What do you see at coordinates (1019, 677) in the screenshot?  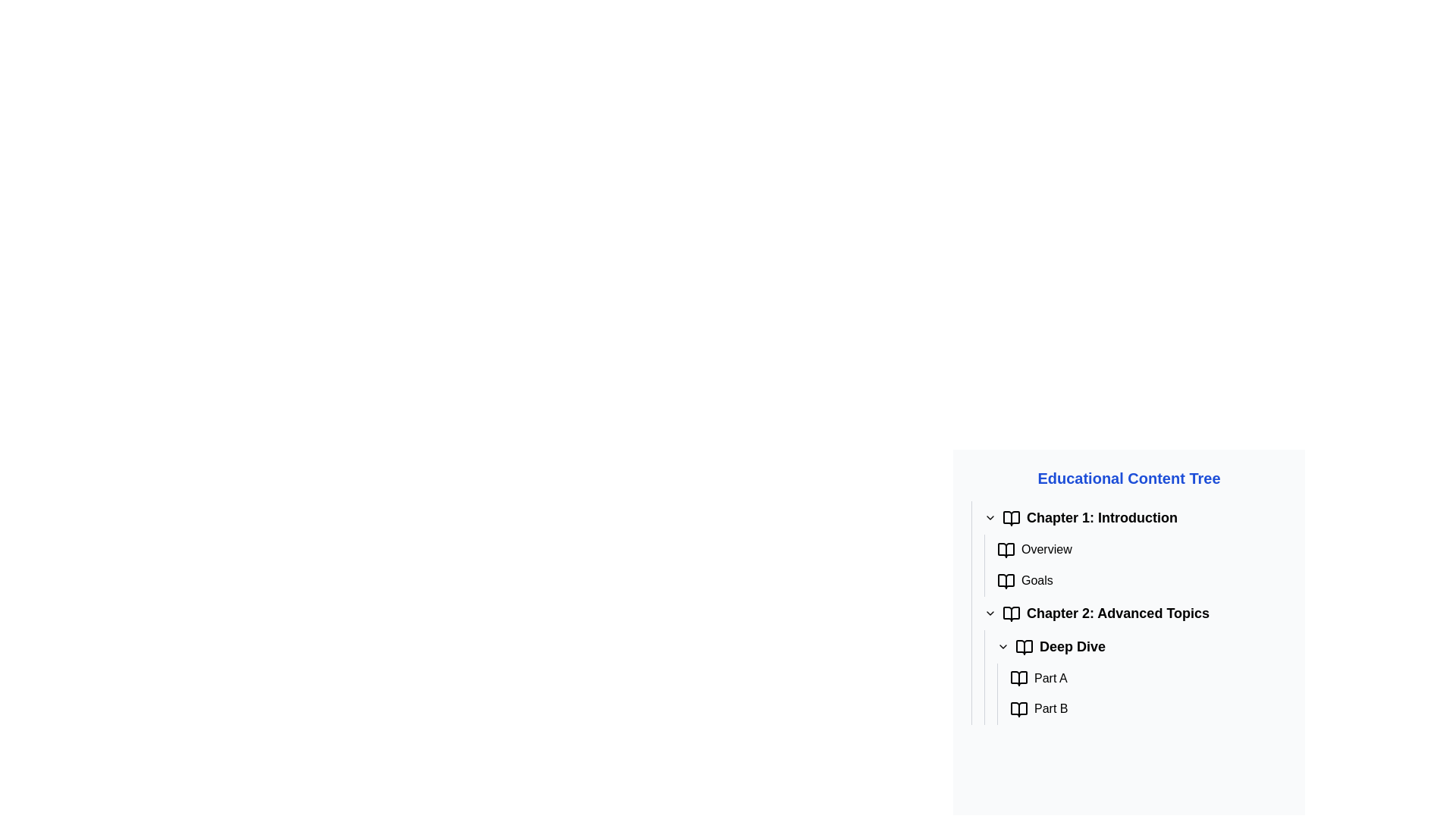 I see `the book icon styled in line art with a black stroke, located under the 'Deep Dive' subsection in 'Chapter 2: Advanced Topics'` at bounding box center [1019, 677].